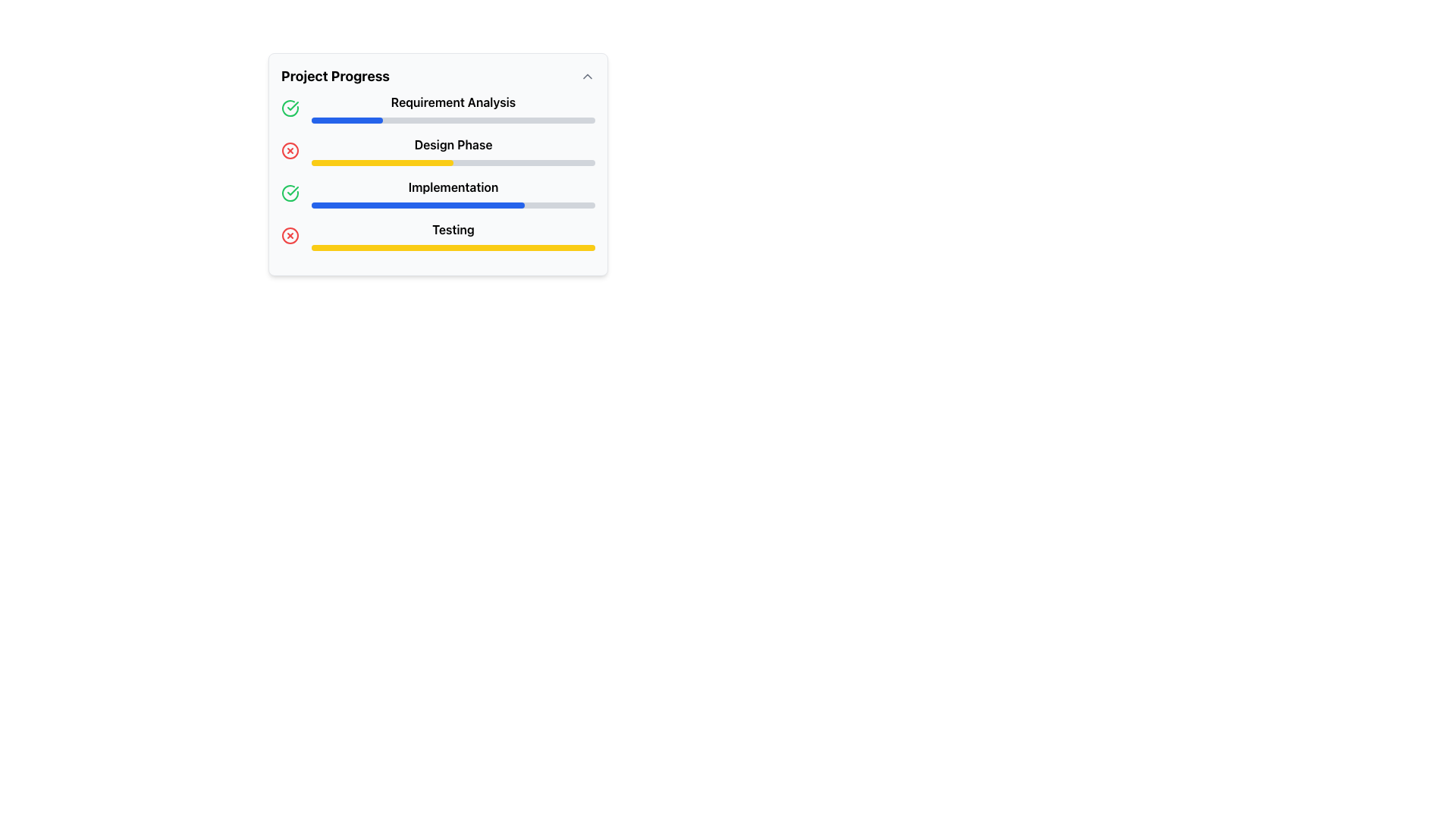 Image resolution: width=1456 pixels, height=819 pixels. What do you see at coordinates (437, 192) in the screenshot?
I see `the 'Implementation' phase text` at bounding box center [437, 192].